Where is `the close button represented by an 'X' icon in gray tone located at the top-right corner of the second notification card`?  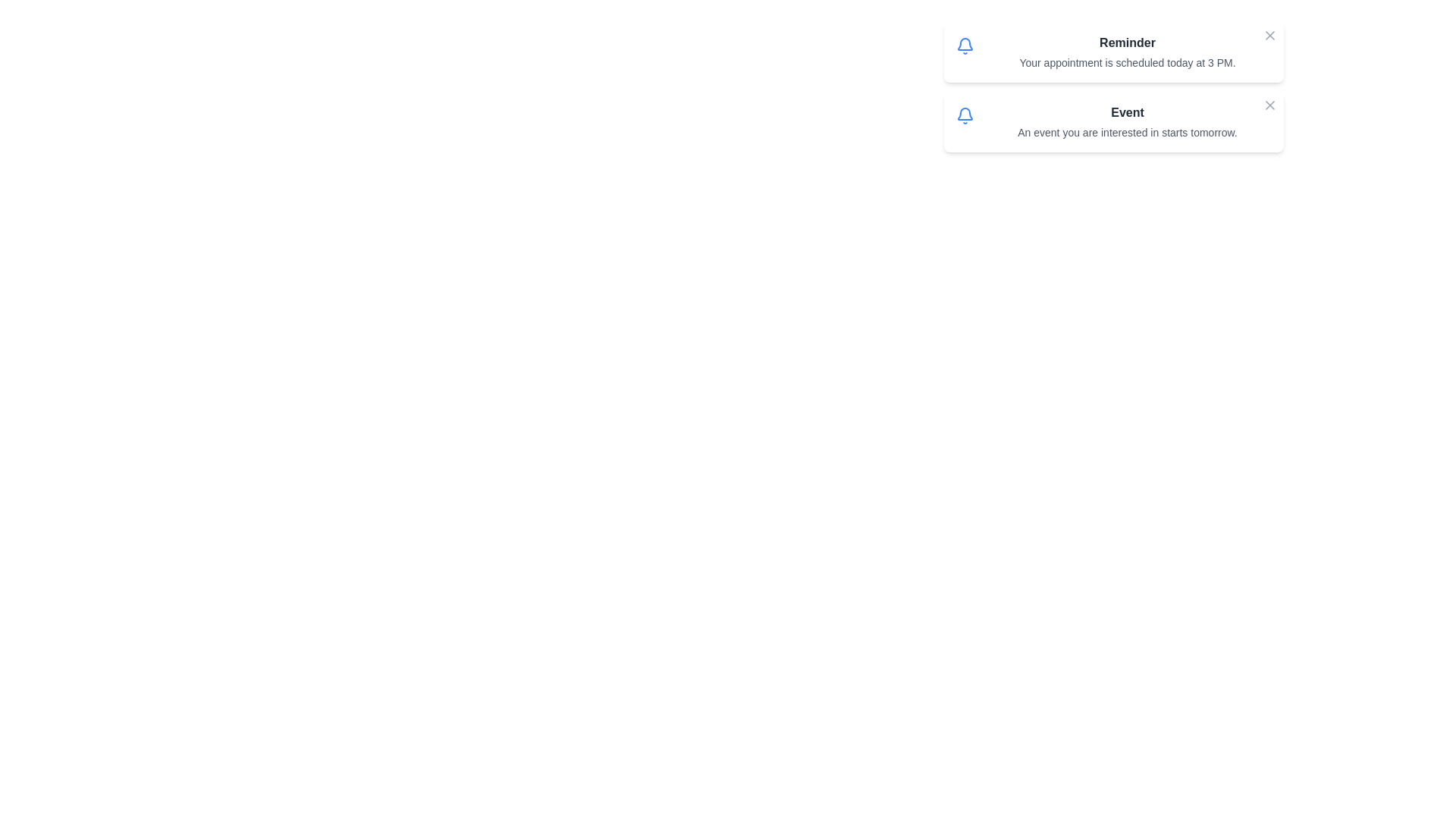
the close button represented by an 'X' icon in gray tone located at the top-right corner of the second notification card is located at coordinates (1270, 104).